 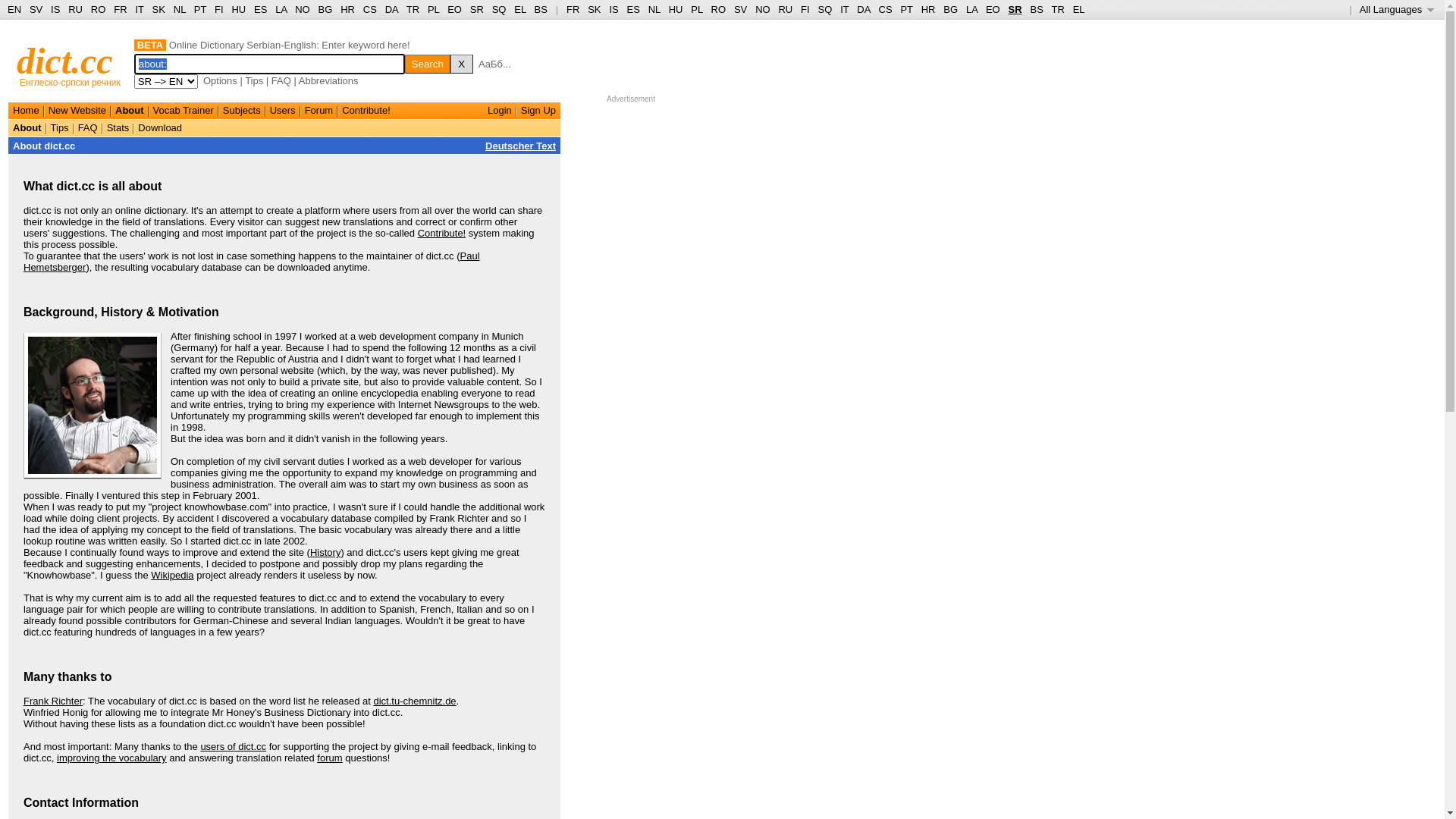 What do you see at coordinates (347, 9) in the screenshot?
I see `'HR'` at bounding box center [347, 9].